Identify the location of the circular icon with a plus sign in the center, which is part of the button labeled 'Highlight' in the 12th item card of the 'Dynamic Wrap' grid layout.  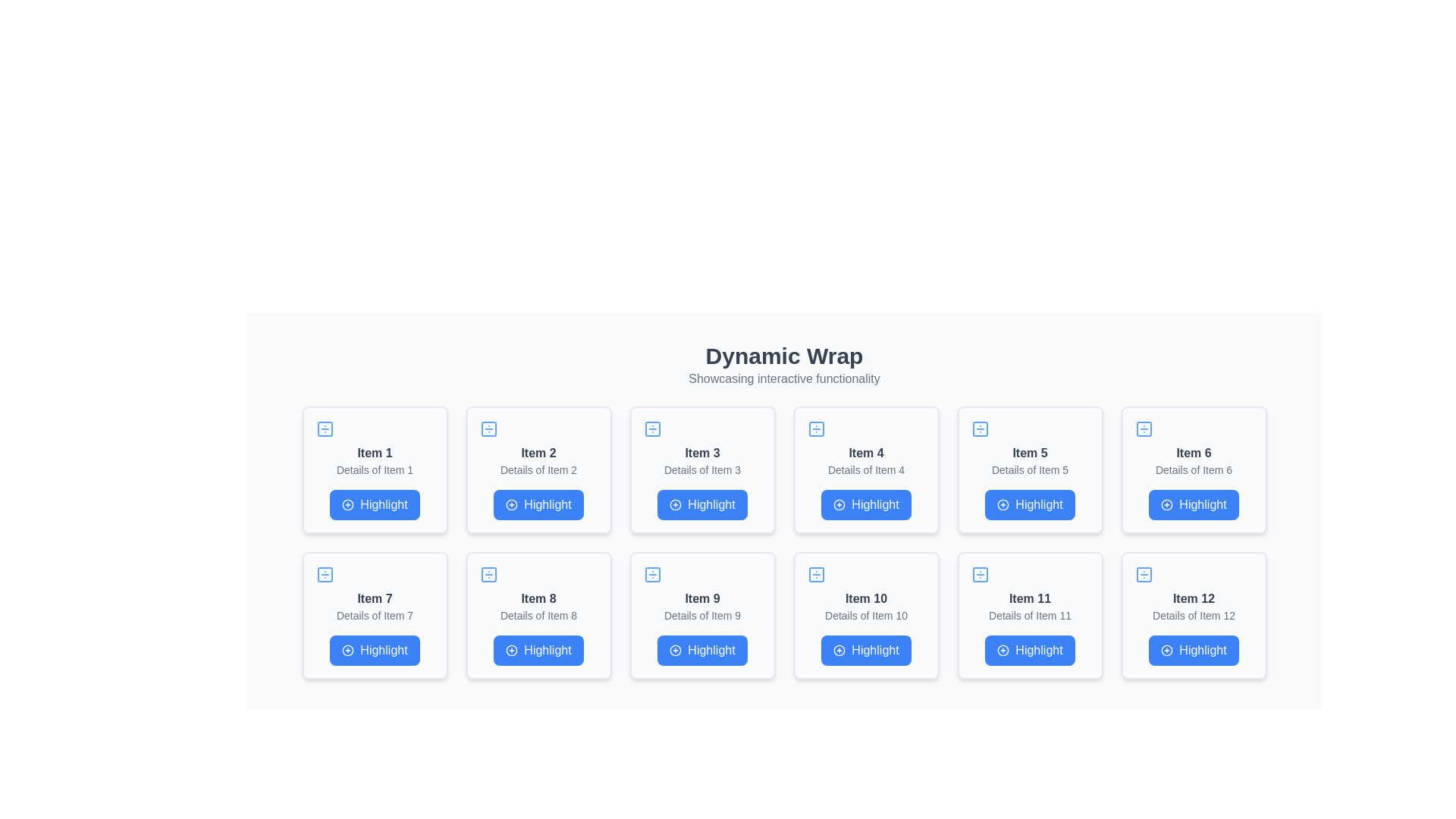
(1003, 649).